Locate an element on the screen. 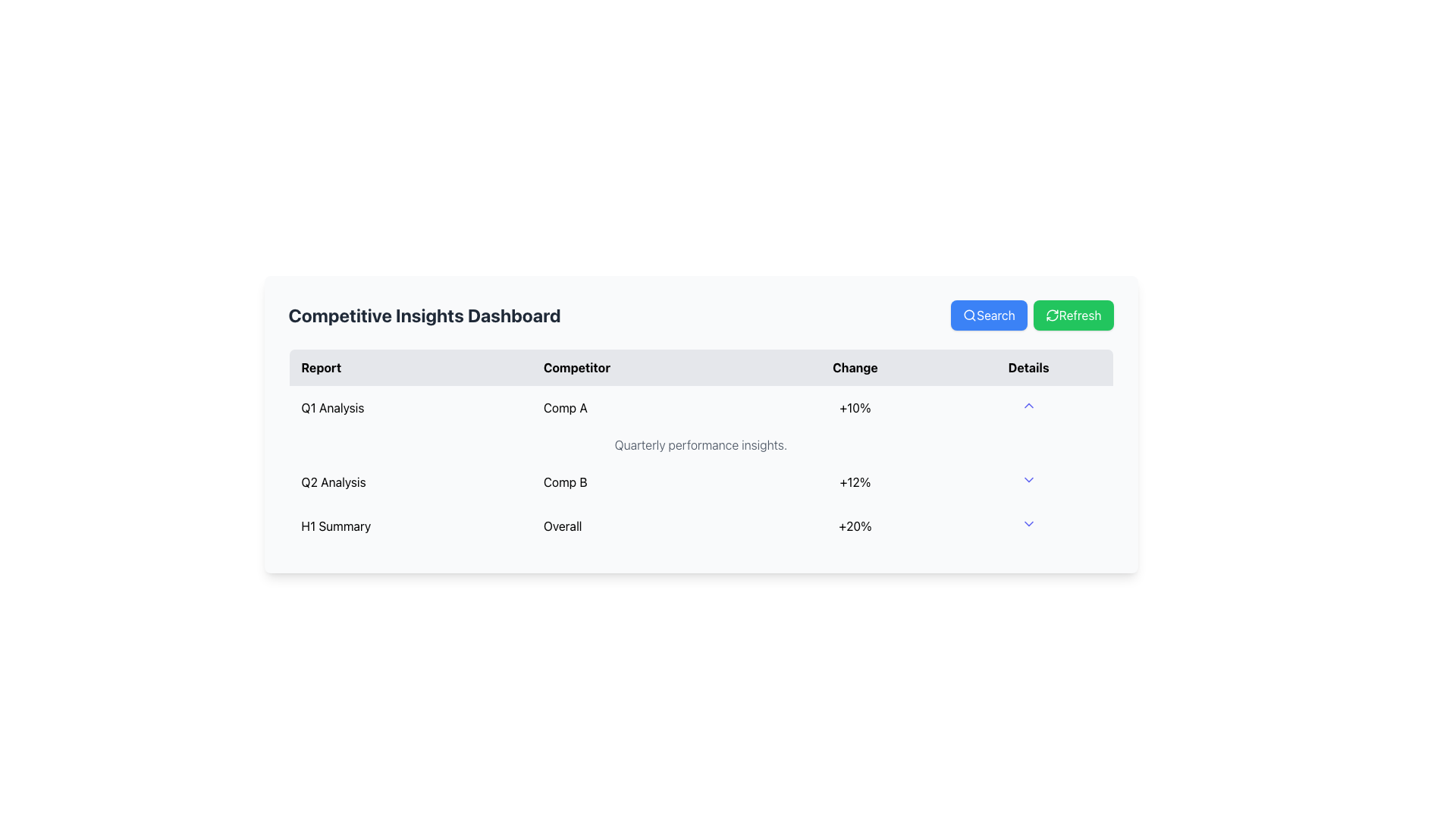 This screenshot has width=1456, height=819. the blue rectangular button with rounded corners and white text labeled 'Search', which is located directly to the left of the green 'Refresh' button is located at coordinates (989, 315).